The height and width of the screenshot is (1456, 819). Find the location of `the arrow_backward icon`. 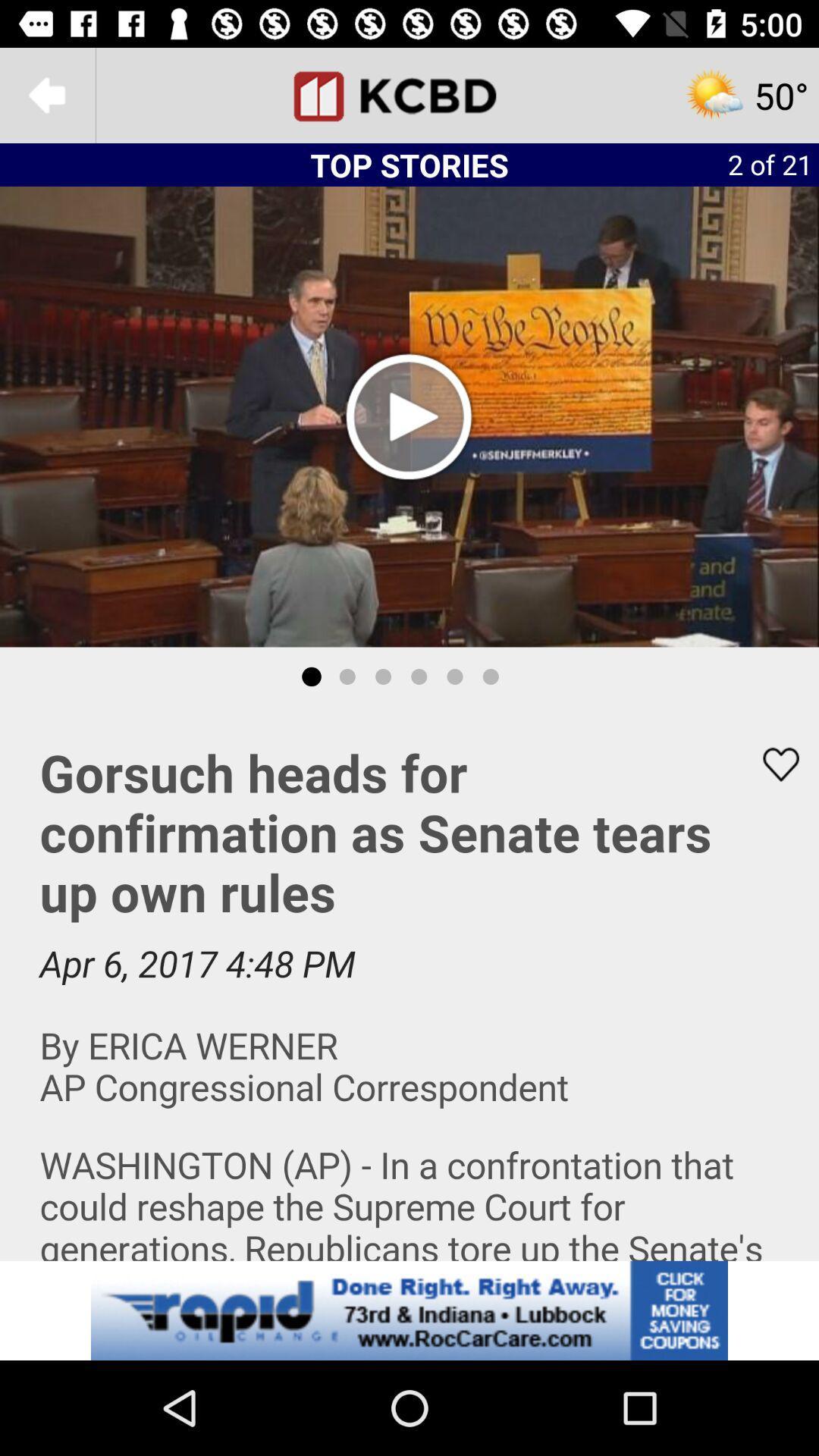

the arrow_backward icon is located at coordinates (46, 94).